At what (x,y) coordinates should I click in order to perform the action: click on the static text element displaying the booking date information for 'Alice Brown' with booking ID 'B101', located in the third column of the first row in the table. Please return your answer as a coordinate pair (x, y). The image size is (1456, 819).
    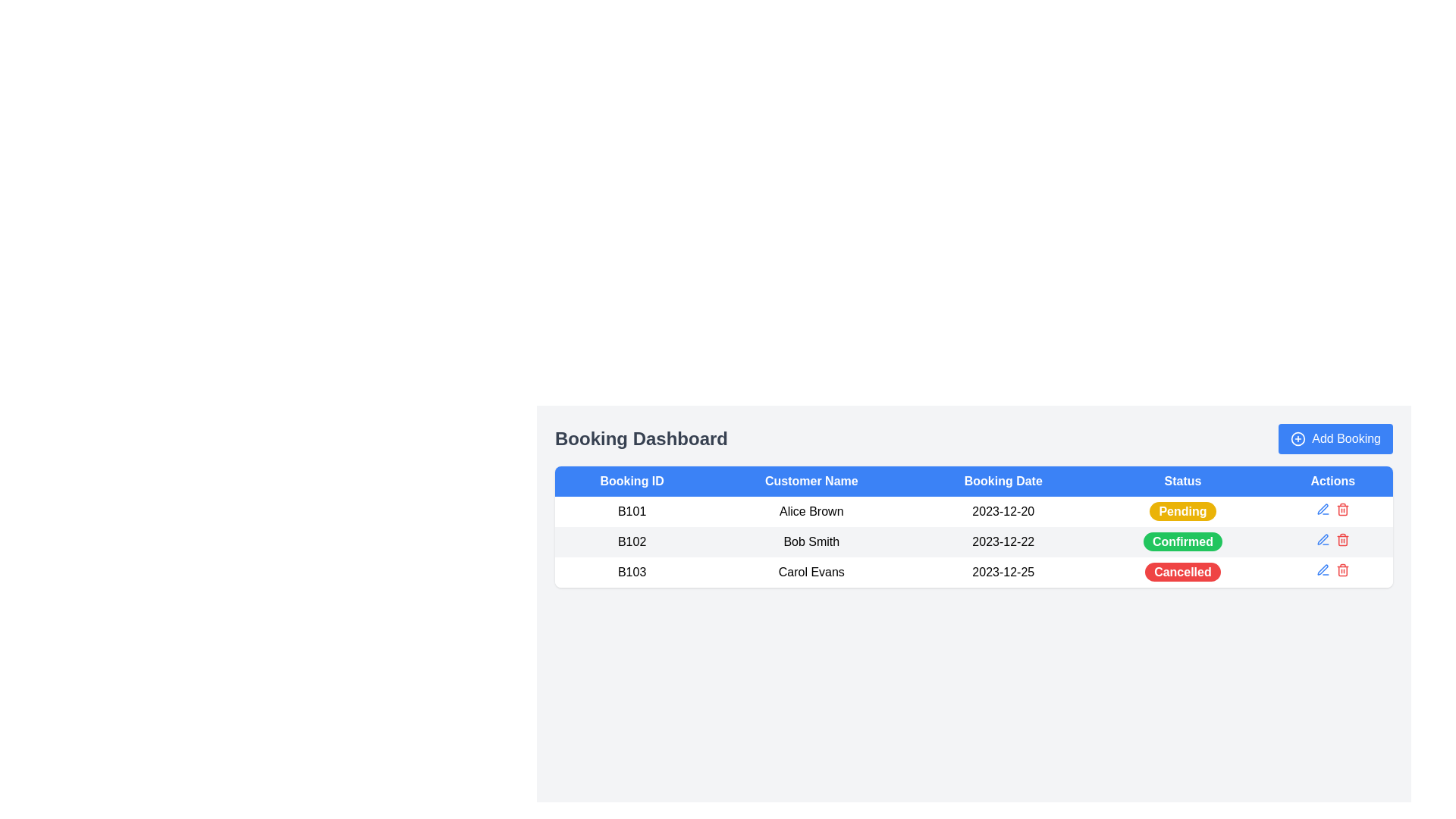
    Looking at the image, I should click on (1003, 512).